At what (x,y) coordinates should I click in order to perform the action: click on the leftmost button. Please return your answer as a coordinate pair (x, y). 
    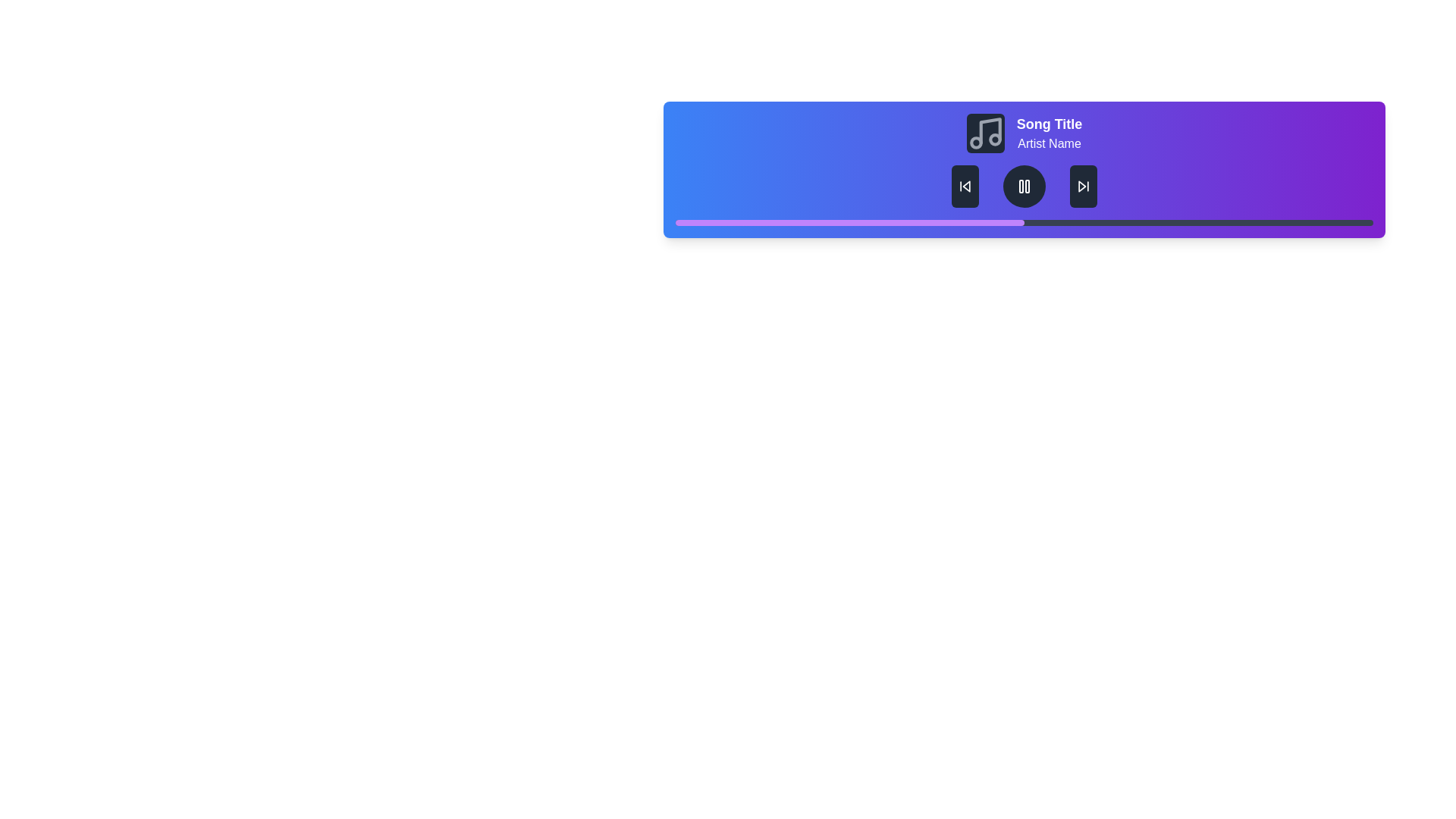
    Looking at the image, I should click on (964, 186).